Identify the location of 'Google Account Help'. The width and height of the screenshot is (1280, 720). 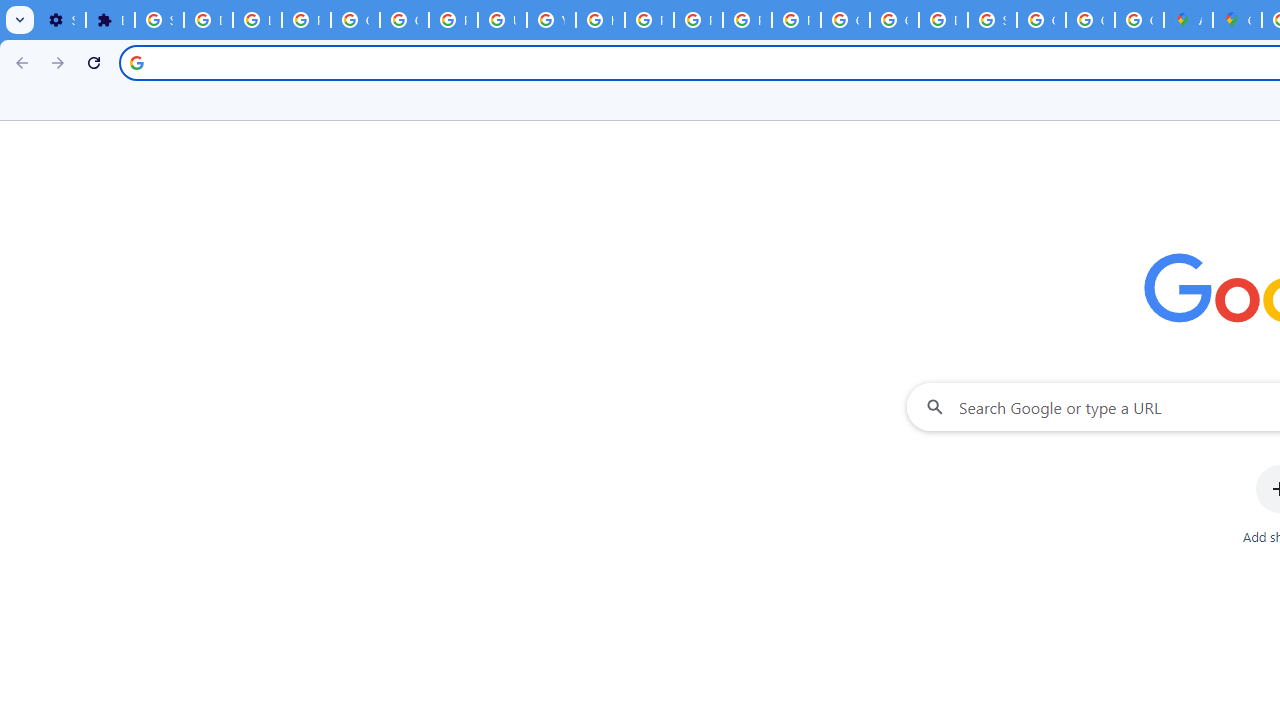
(403, 20).